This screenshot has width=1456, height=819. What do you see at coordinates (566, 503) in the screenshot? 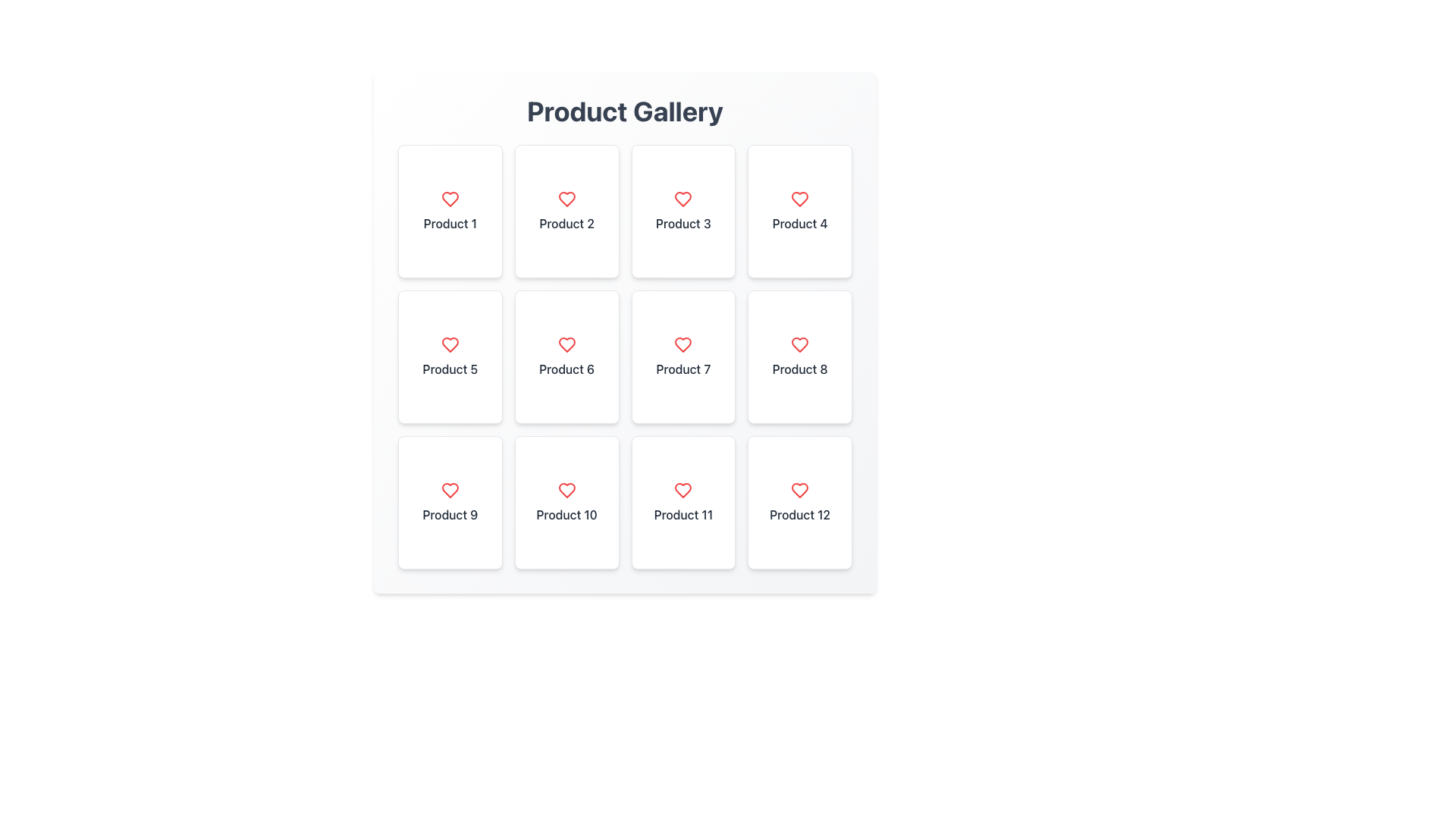
I see `the card with a white background, rounded corners, and a red heart icon, which contains the text 'Product 10' located in the third row and second column of the grid` at bounding box center [566, 503].